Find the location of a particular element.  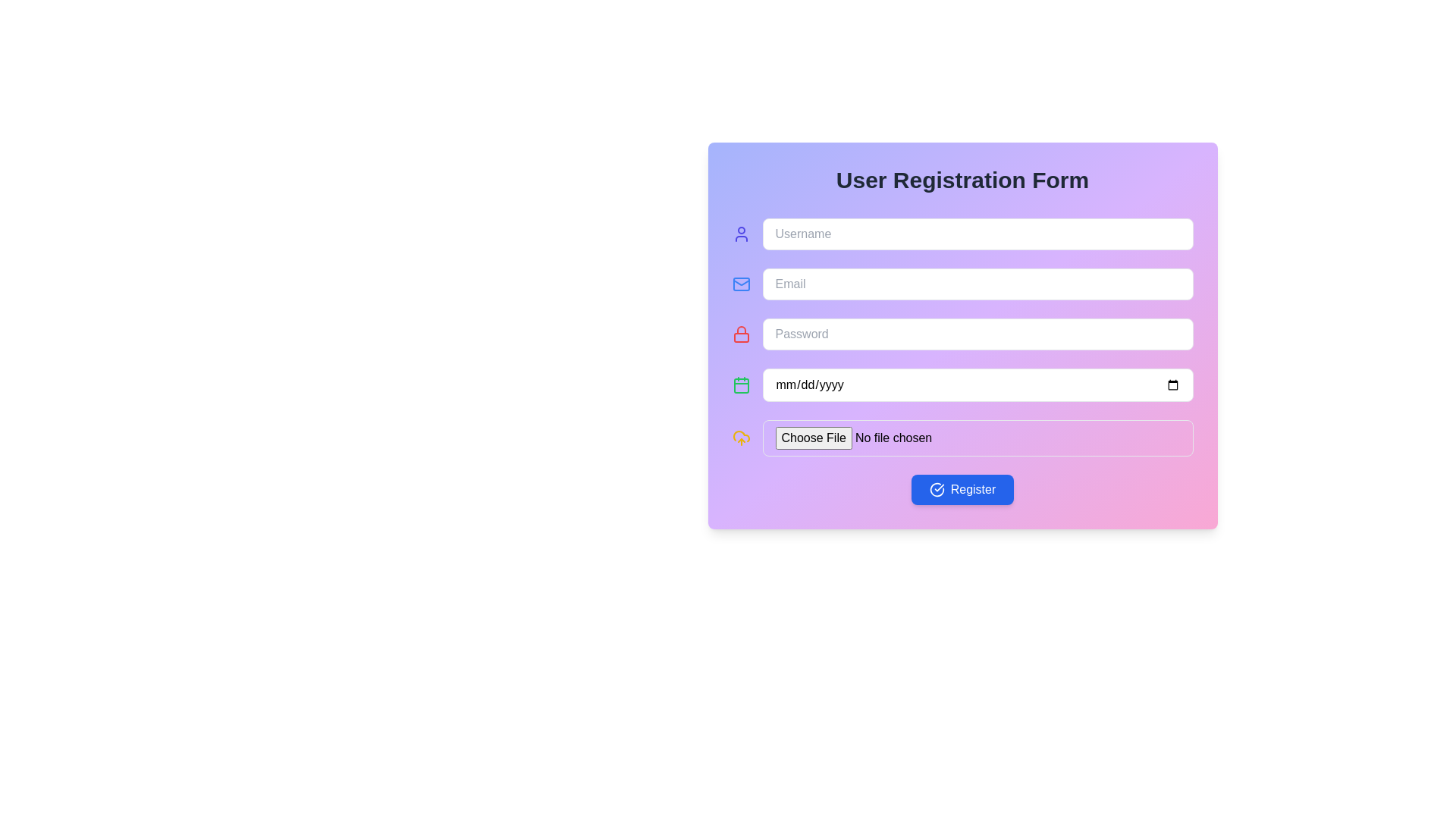

the File input field located below the date input field labeled 'mm/dd/yyyy' is located at coordinates (977, 438).